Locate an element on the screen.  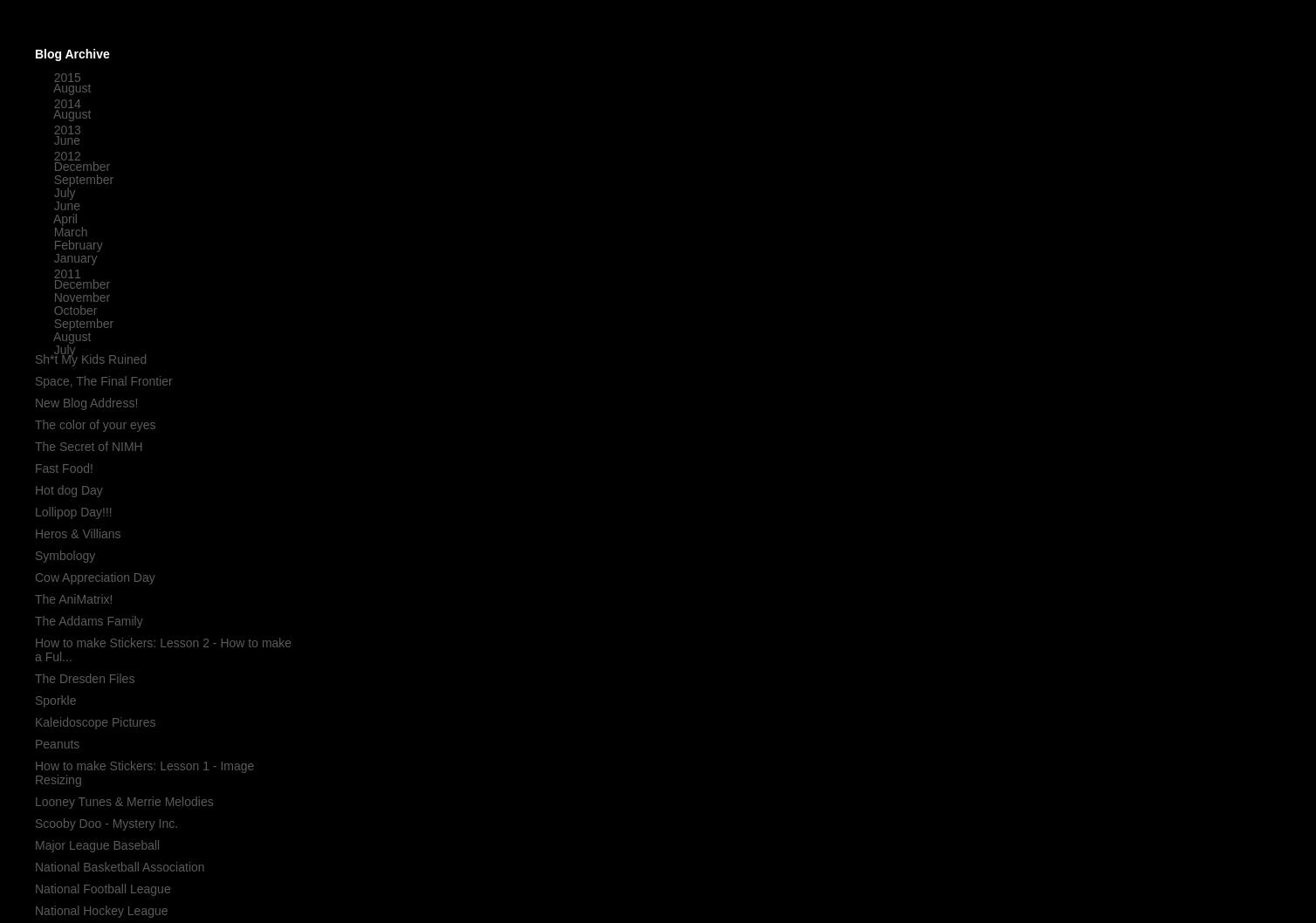
'Cow Appreciation Day' is located at coordinates (94, 576).